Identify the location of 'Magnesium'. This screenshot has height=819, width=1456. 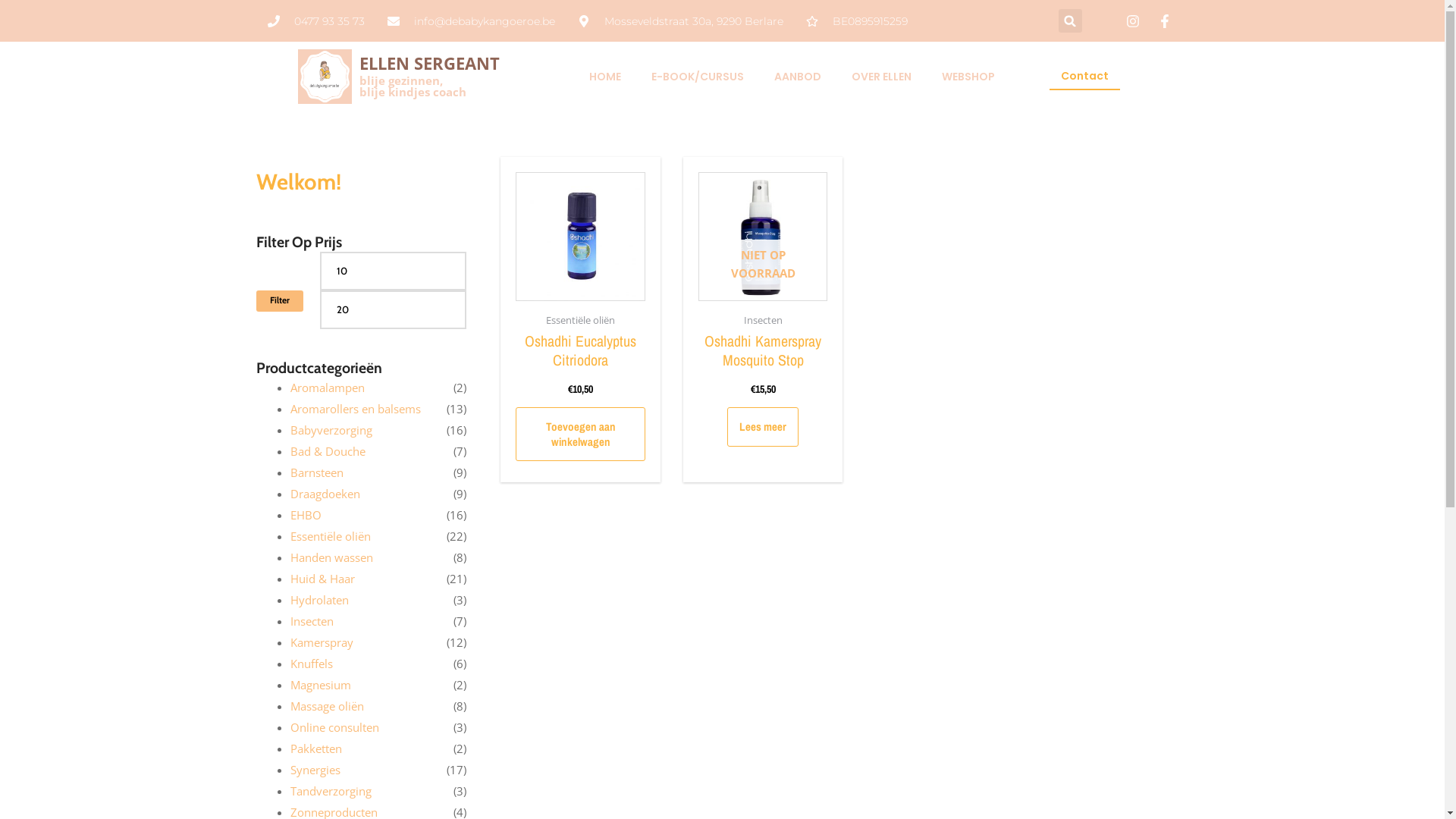
(319, 684).